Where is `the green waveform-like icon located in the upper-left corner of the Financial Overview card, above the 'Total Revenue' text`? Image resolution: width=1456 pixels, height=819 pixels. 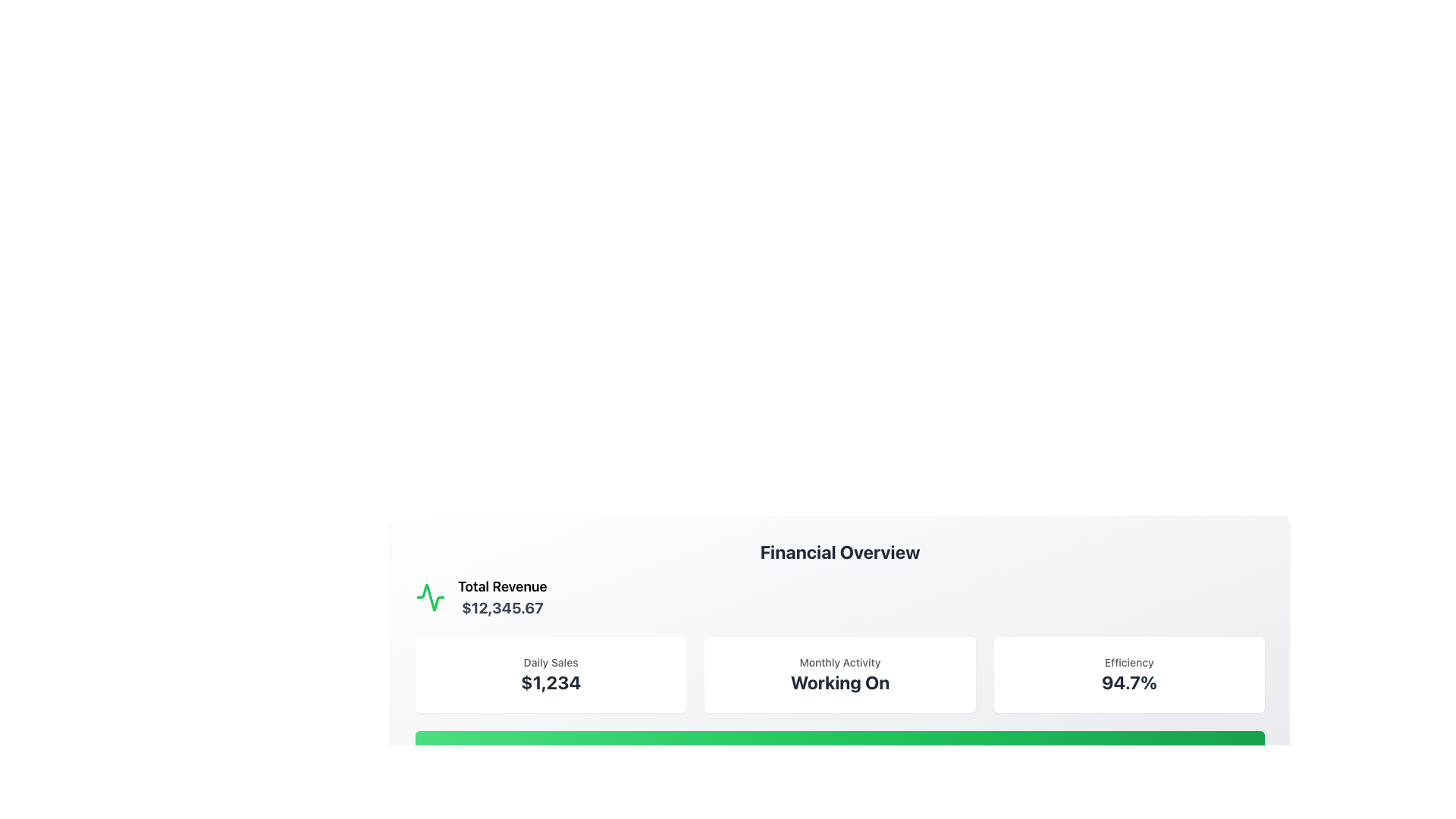 the green waveform-like icon located in the upper-left corner of the Financial Overview card, above the 'Total Revenue' text is located at coordinates (429, 596).